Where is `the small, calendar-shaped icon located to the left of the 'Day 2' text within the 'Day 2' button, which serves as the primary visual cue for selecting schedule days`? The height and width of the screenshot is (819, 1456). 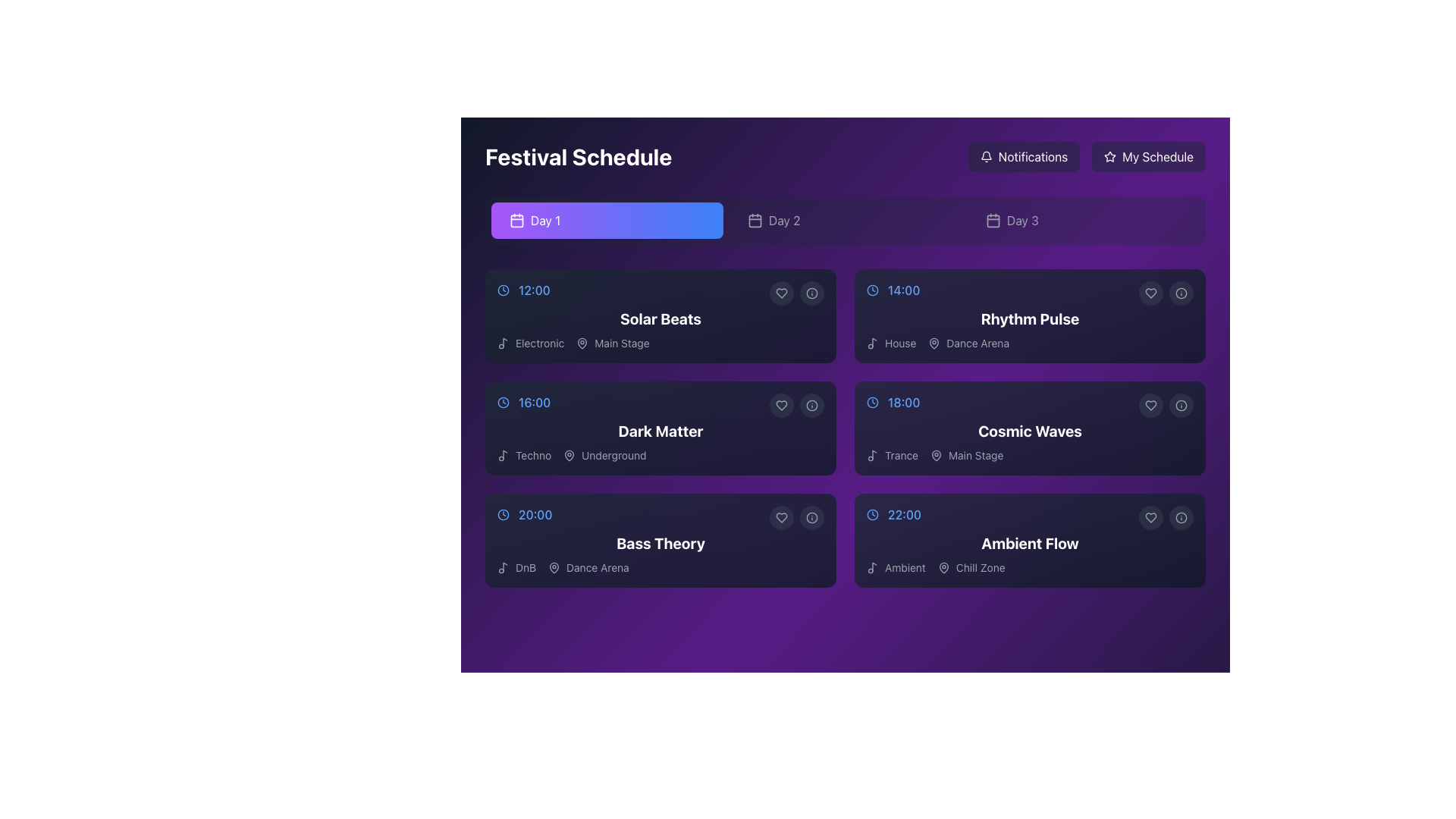
the small, calendar-shaped icon located to the left of the 'Day 2' text within the 'Day 2' button, which serves as the primary visual cue for selecting schedule days is located at coordinates (755, 220).